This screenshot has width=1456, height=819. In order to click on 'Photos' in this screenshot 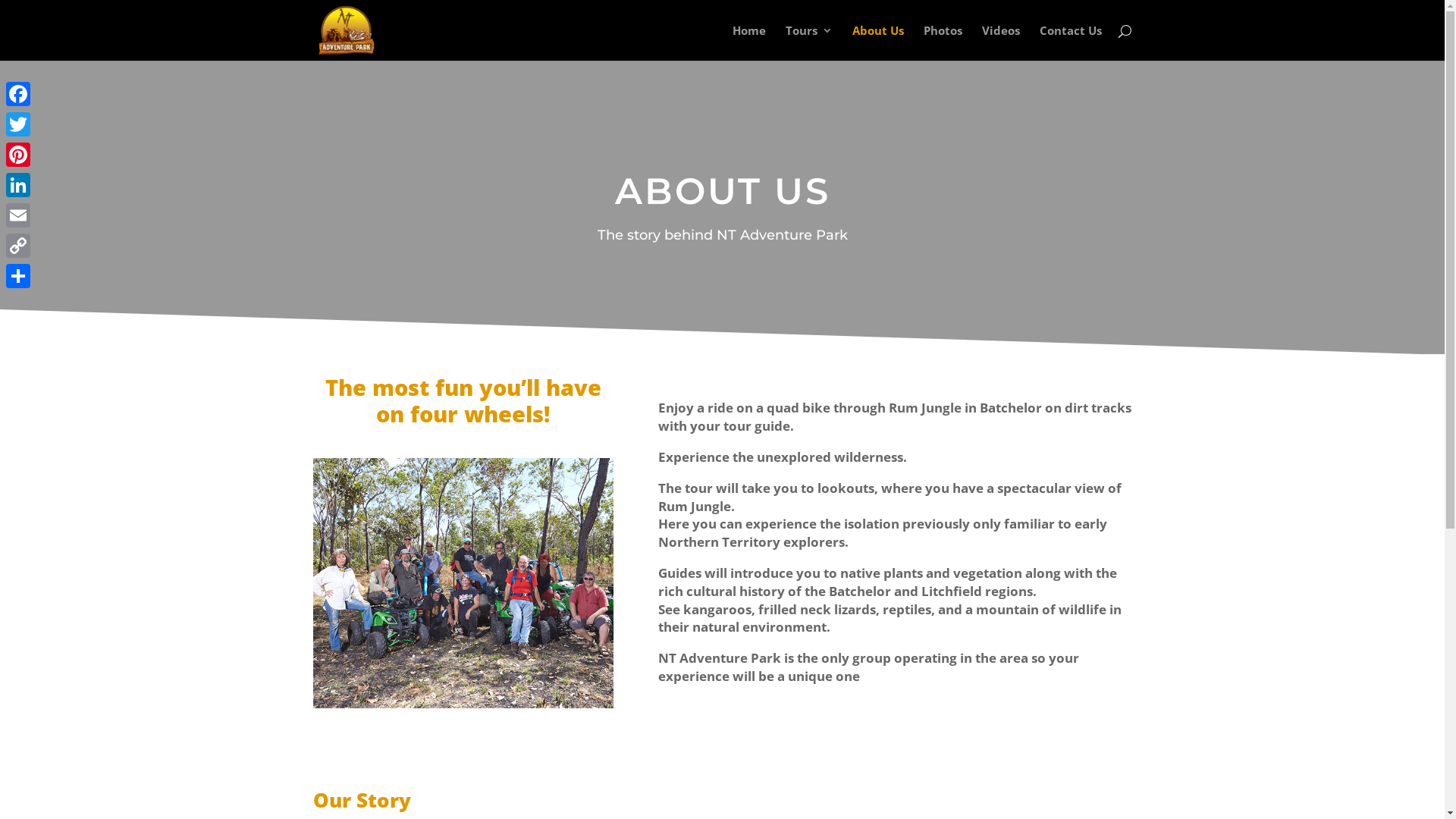, I will do `click(942, 42)`.